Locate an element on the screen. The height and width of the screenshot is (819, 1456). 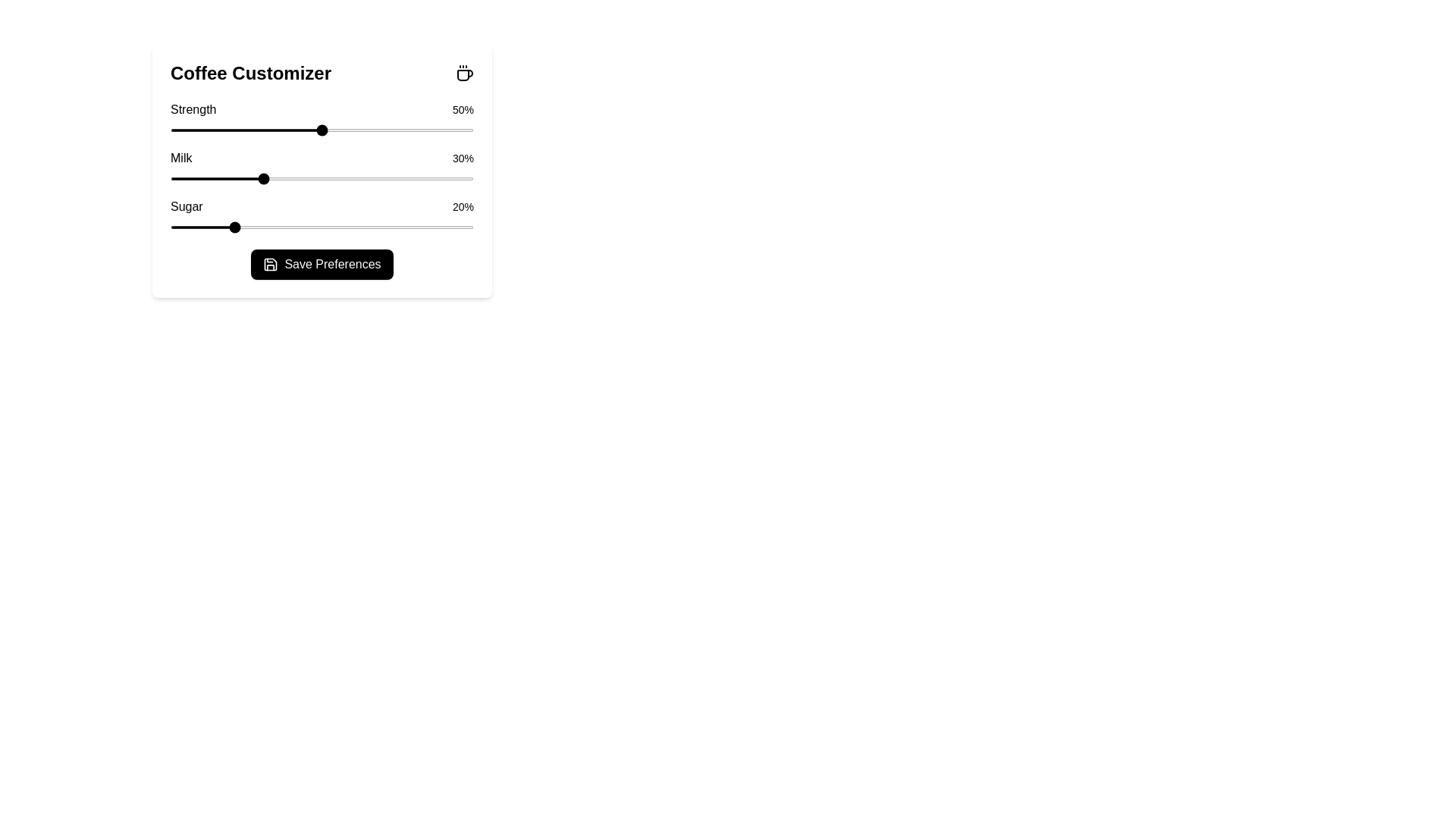
the strength slider is located at coordinates (330, 130).